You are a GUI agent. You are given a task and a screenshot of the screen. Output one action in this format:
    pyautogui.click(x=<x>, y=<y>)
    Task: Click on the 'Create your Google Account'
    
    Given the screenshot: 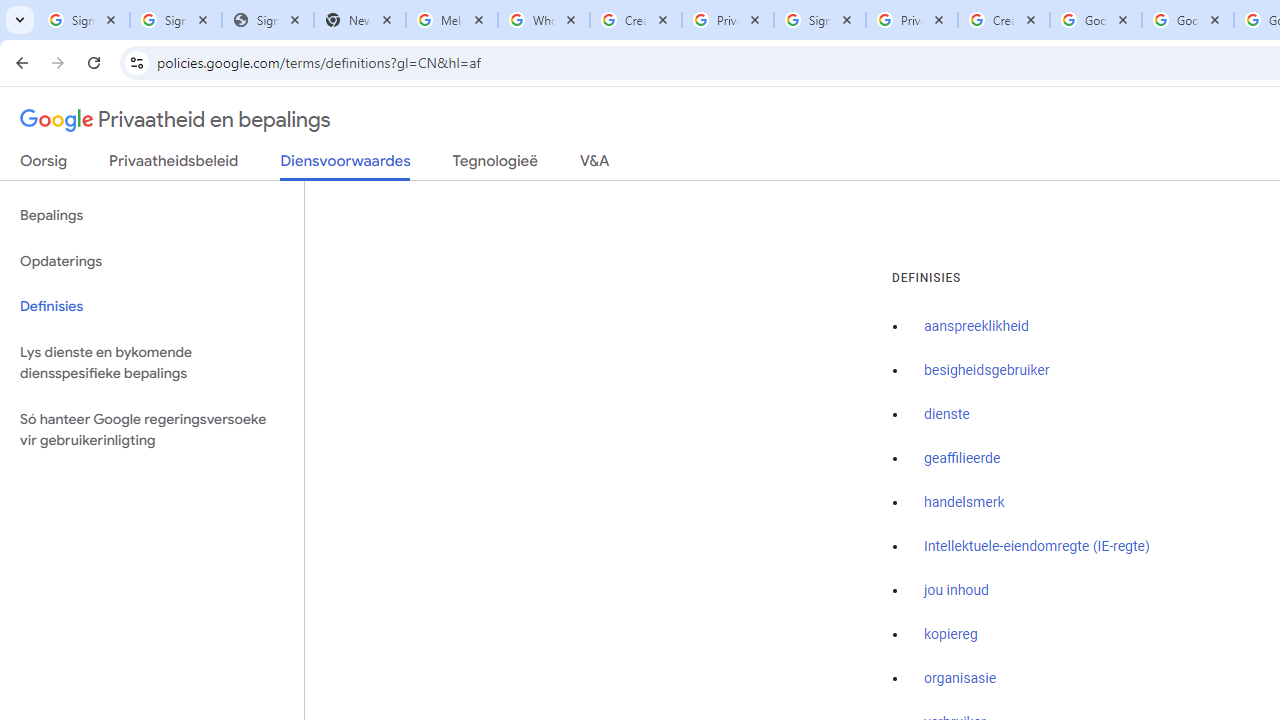 What is the action you would take?
    pyautogui.click(x=1003, y=20)
    